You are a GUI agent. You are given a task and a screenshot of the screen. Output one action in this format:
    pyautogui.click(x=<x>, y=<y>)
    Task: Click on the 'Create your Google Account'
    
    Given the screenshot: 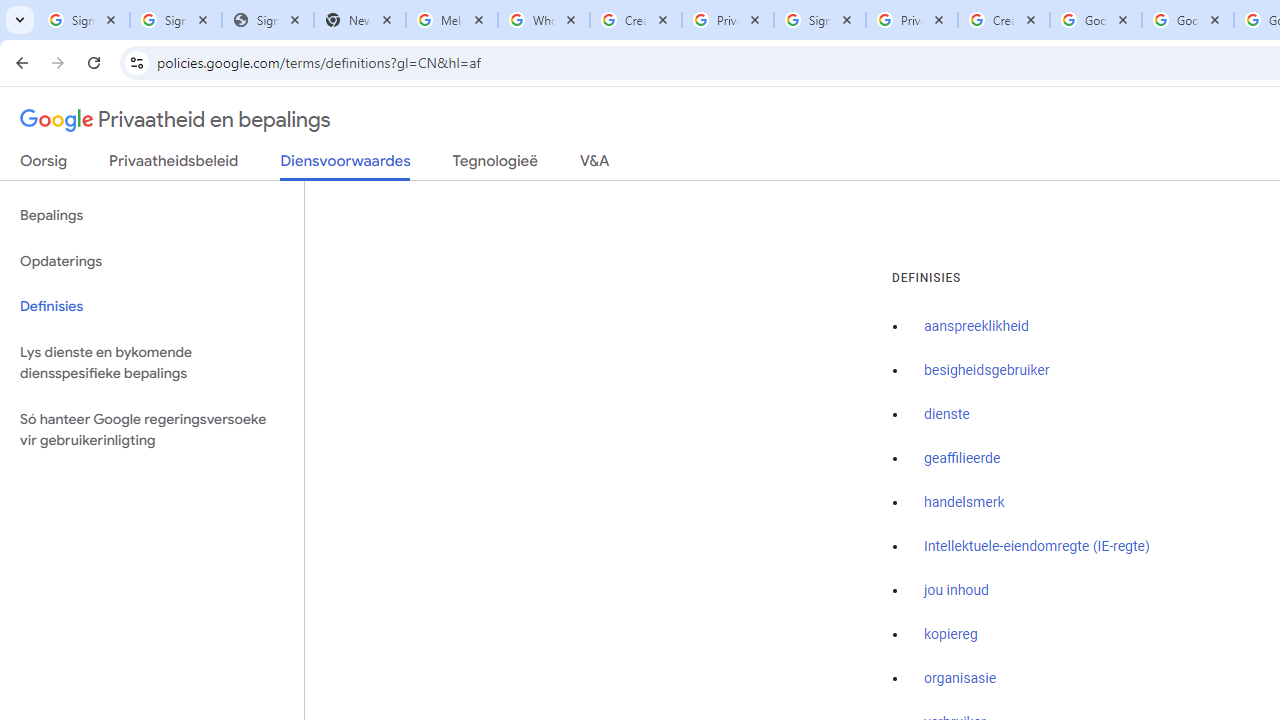 What is the action you would take?
    pyautogui.click(x=1003, y=20)
    